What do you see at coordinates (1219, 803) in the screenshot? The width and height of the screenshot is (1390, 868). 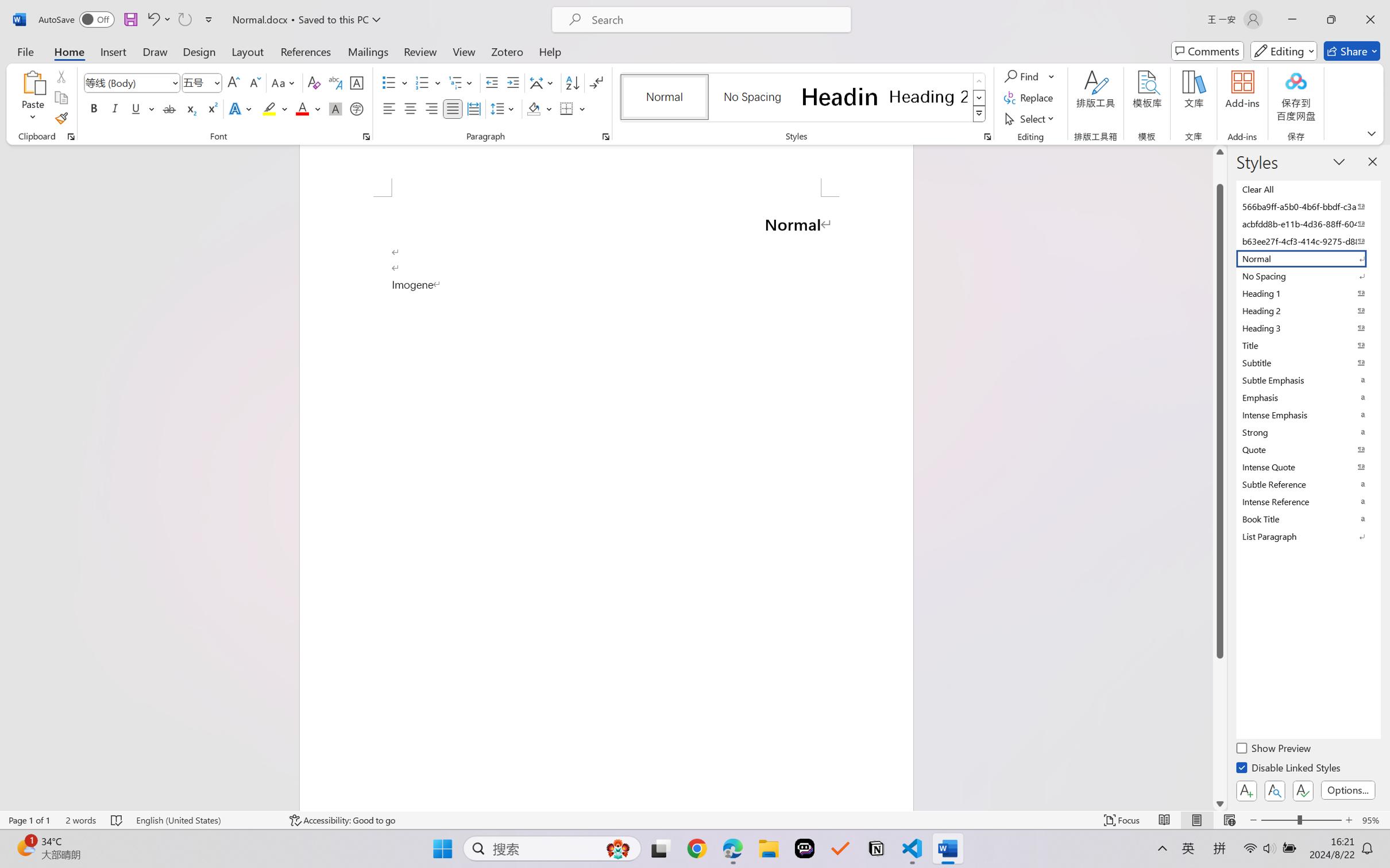 I see `'Line down'` at bounding box center [1219, 803].